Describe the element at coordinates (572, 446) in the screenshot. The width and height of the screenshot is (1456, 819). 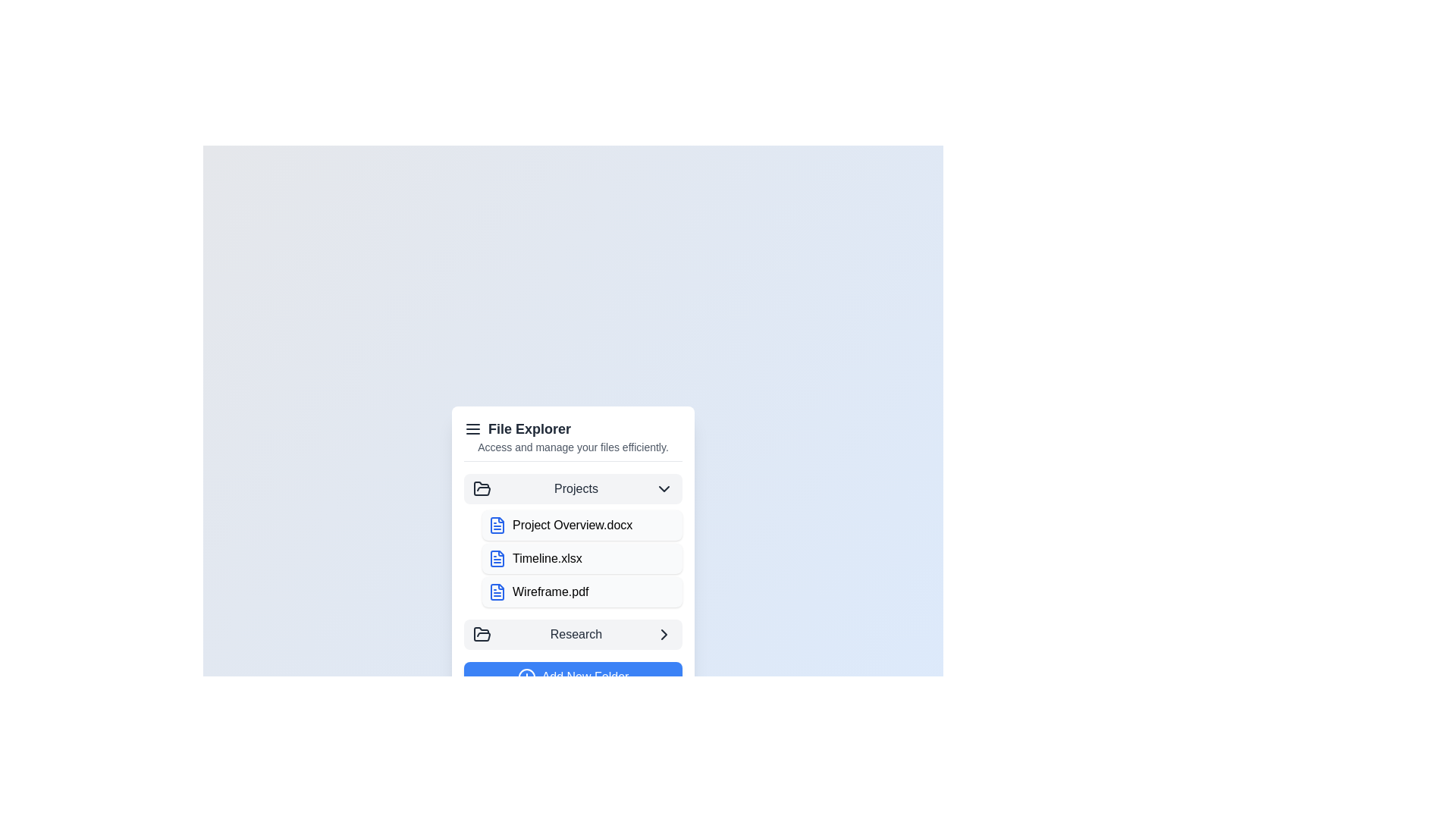
I see `the text in the description area of the File Explorer component` at that location.